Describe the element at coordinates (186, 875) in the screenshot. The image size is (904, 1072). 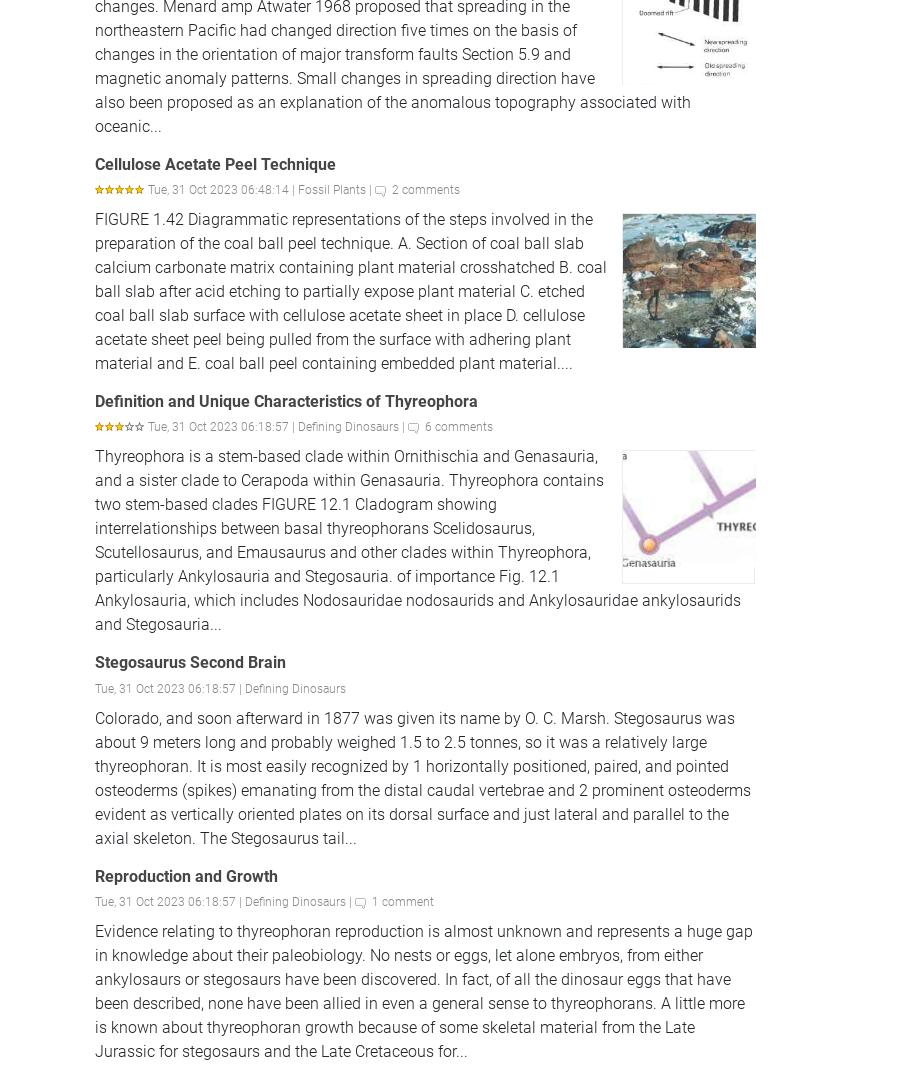
I see `'Reproduction and Growth'` at that location.